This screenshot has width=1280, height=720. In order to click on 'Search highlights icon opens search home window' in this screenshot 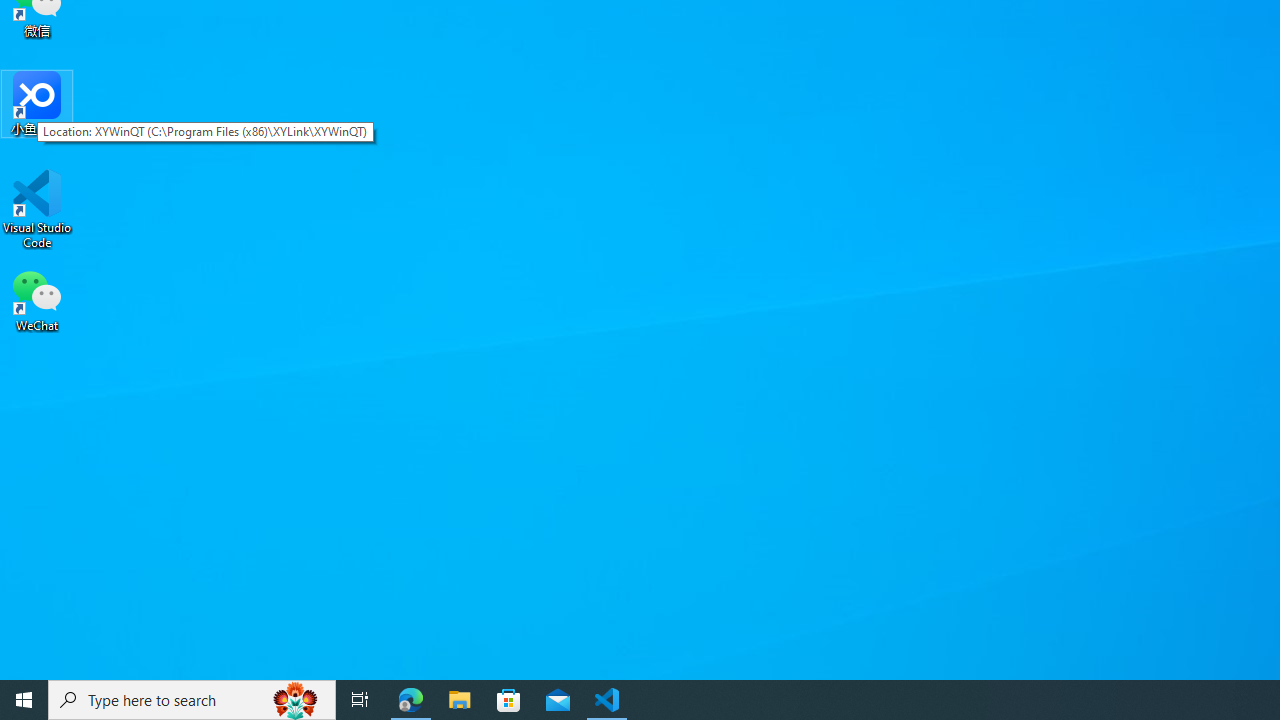, I will do `click(294, 698)`.